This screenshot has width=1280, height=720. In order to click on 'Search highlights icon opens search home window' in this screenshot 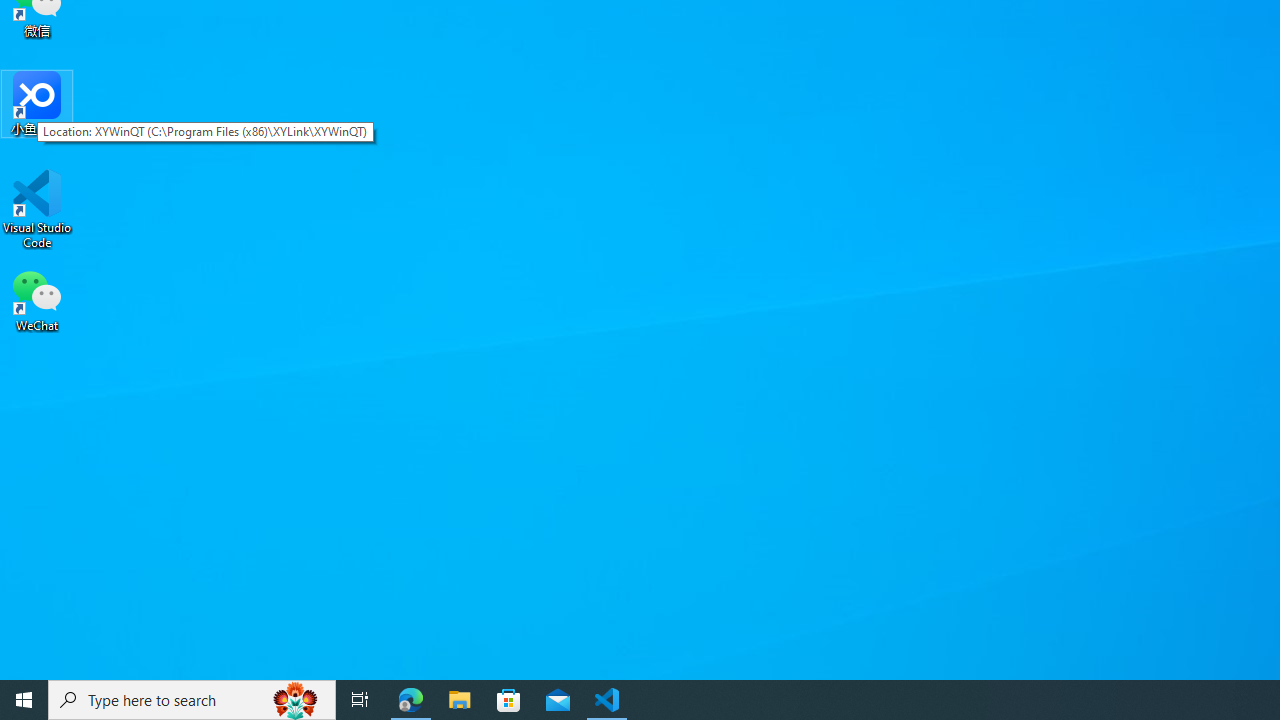, I will do `click(294, 698)`.